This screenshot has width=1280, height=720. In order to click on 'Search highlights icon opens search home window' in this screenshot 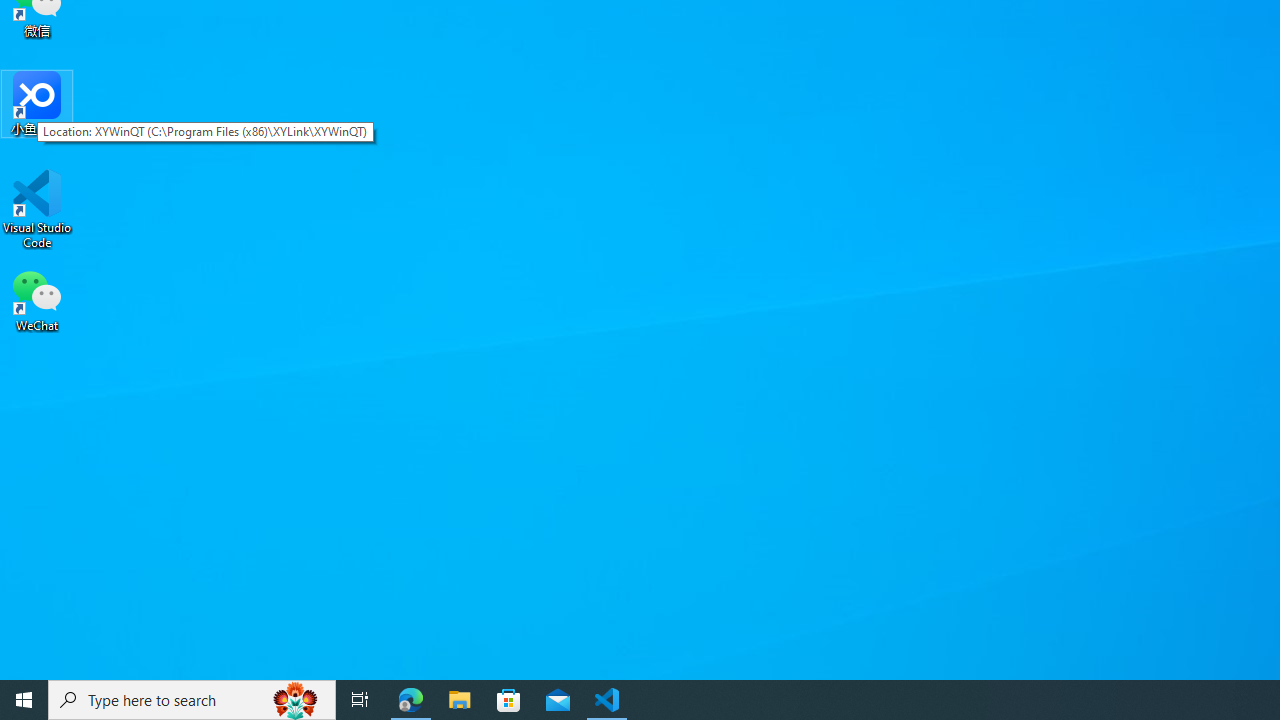, I will do `click(294, 698)`.